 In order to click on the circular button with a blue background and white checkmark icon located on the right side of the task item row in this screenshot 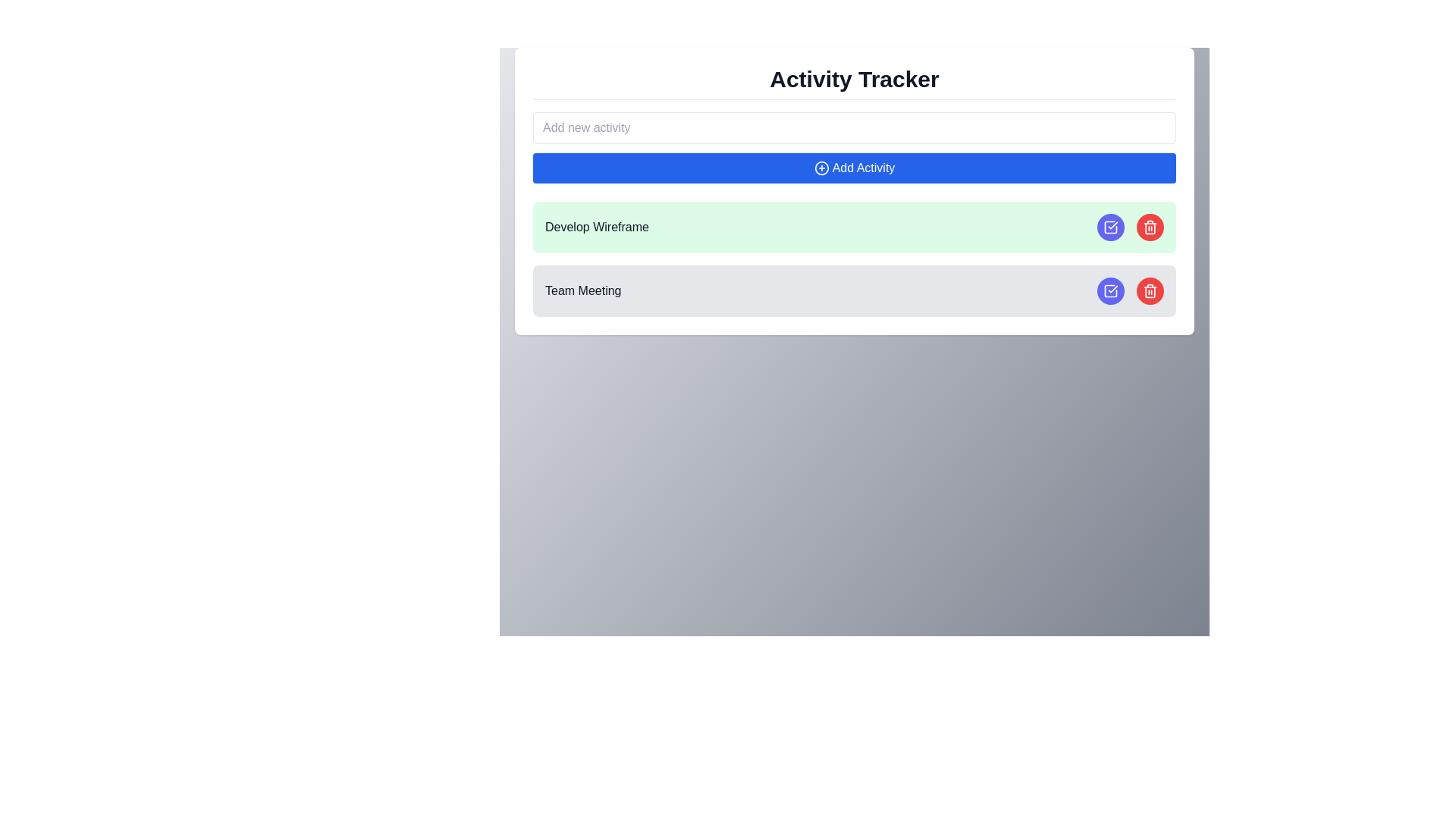, I will do `click(1110, 227)`.